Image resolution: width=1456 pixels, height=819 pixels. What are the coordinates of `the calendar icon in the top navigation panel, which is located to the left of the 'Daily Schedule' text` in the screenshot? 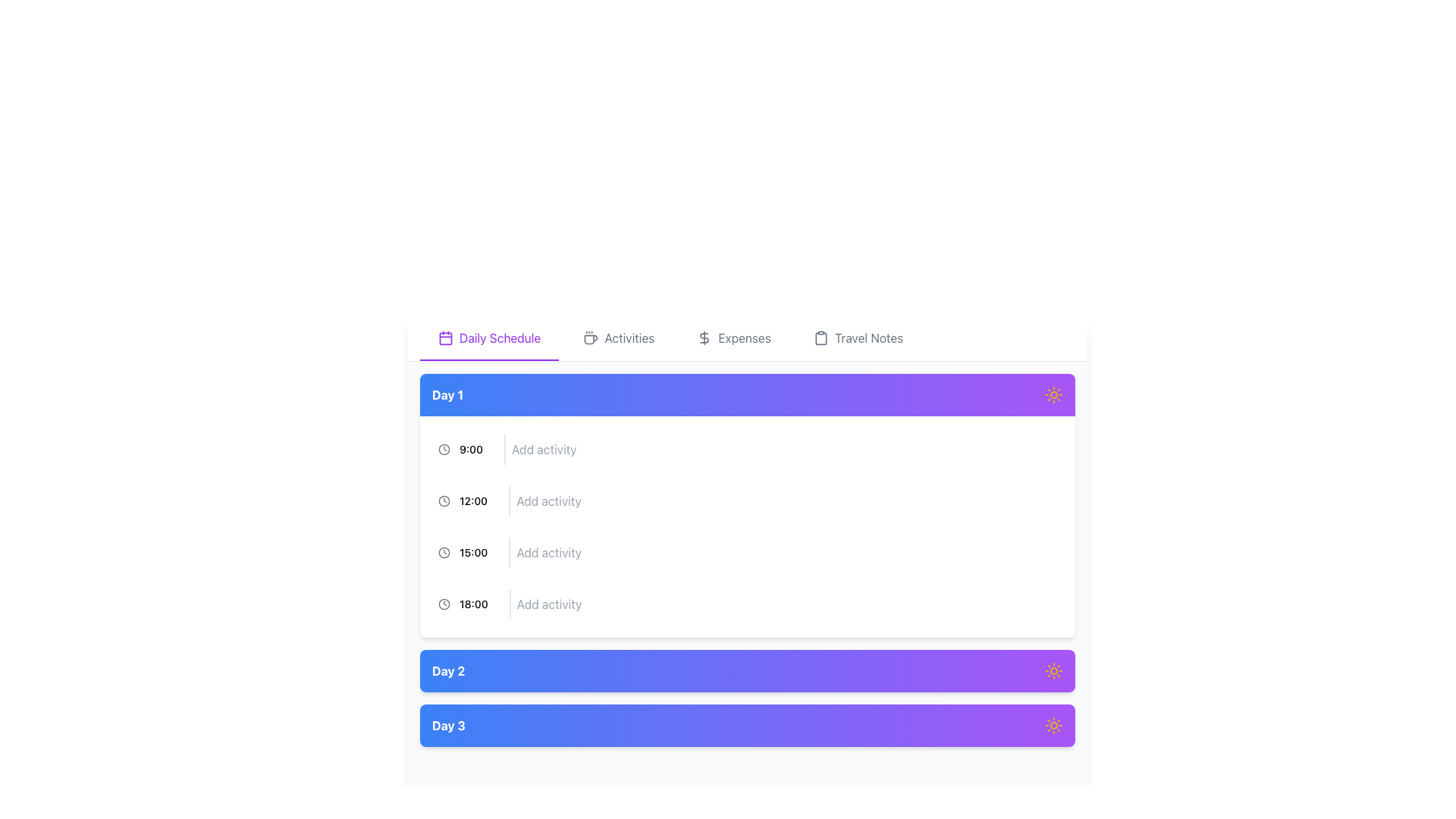 It's located at (445, 337).